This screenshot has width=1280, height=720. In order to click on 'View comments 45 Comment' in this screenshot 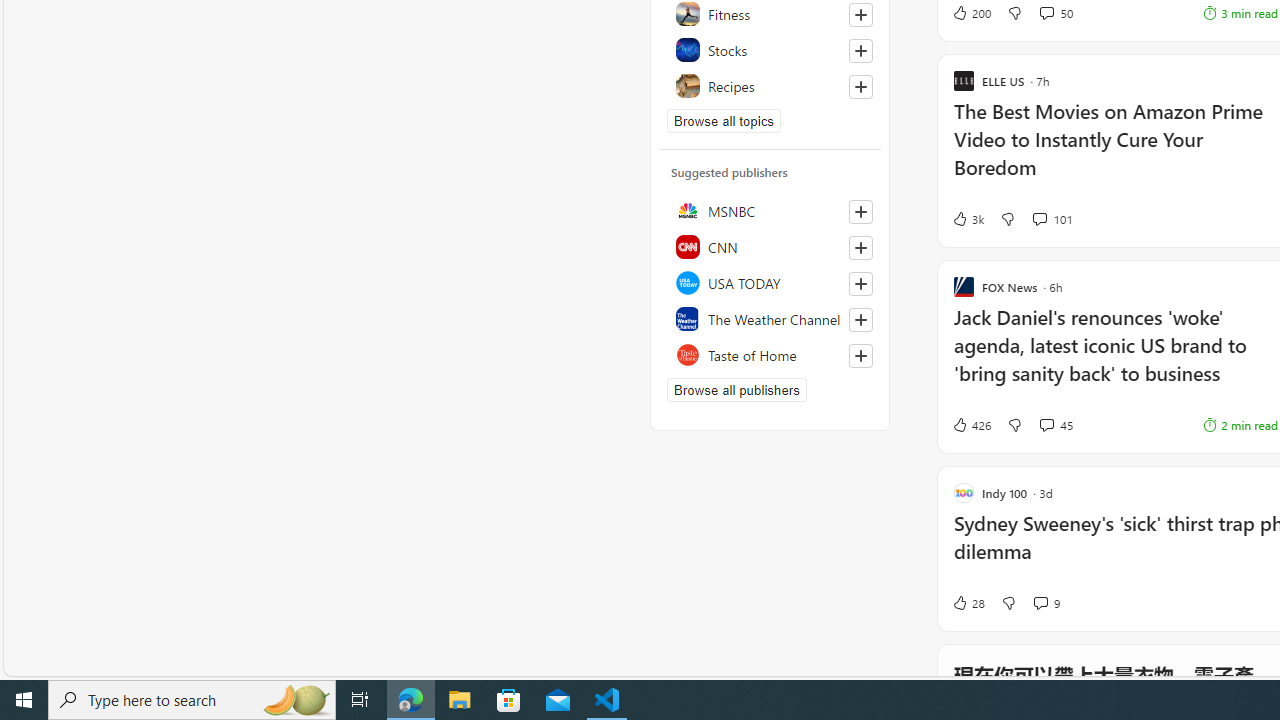, I will do `click(1055, 424)`.